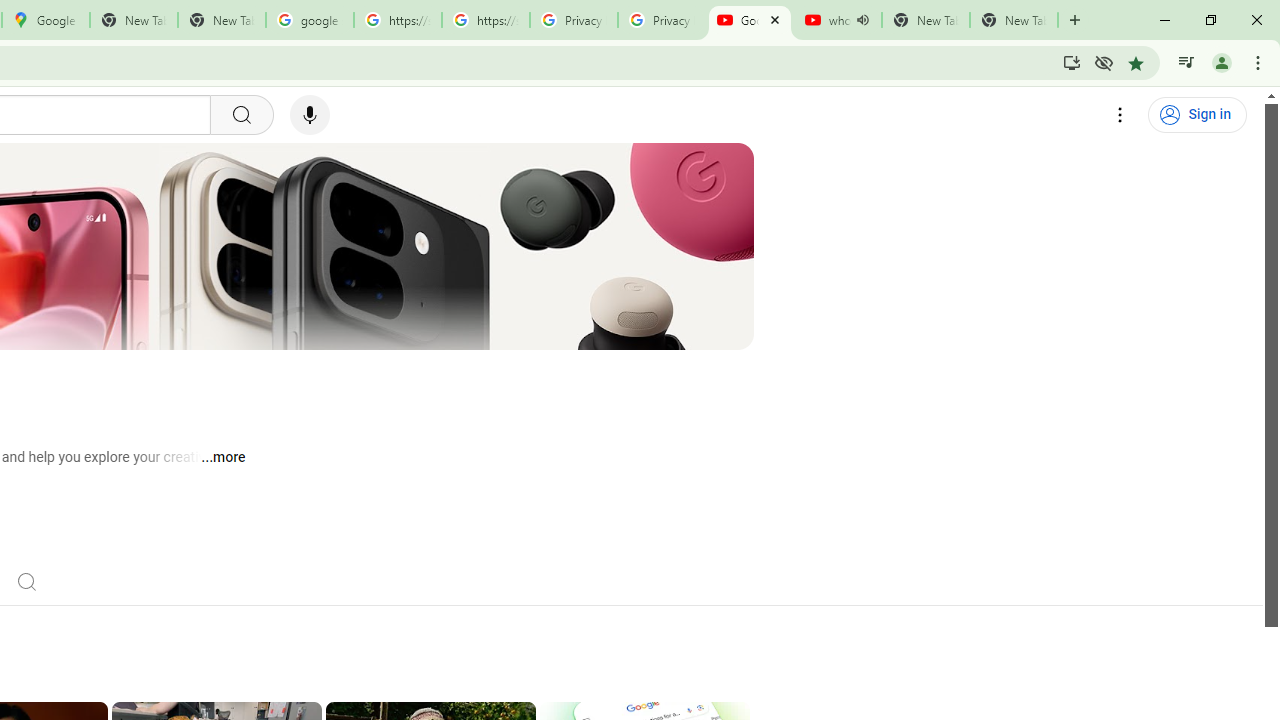 This screenshot has height=720, width=1280. What do you see at coordinates (1071, 61) in the screenshot?
I see `'Install YouTube'` at bounding box center [1071, 61].